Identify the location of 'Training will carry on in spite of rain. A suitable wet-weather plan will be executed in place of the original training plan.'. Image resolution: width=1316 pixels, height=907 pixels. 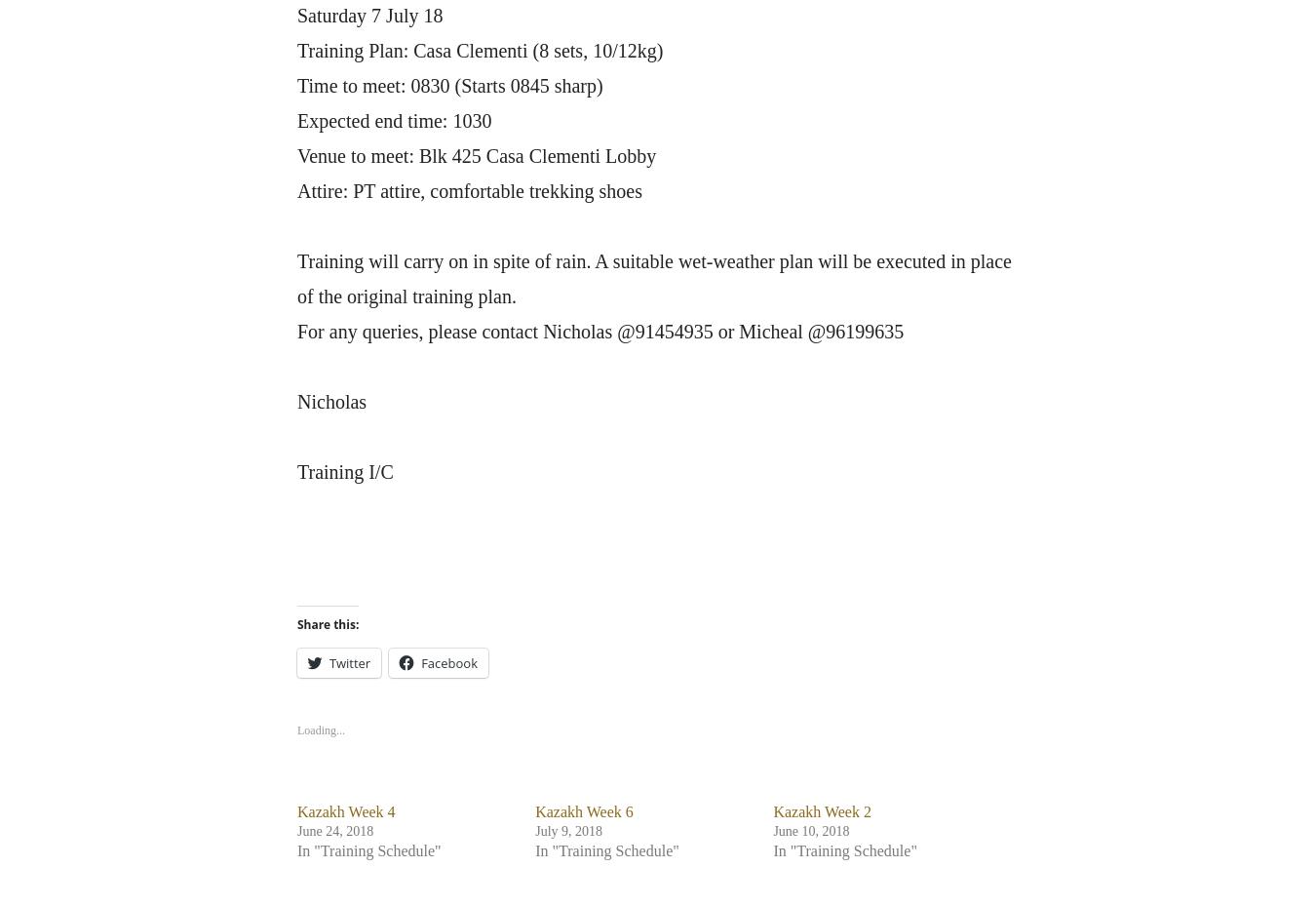
(653, 278).